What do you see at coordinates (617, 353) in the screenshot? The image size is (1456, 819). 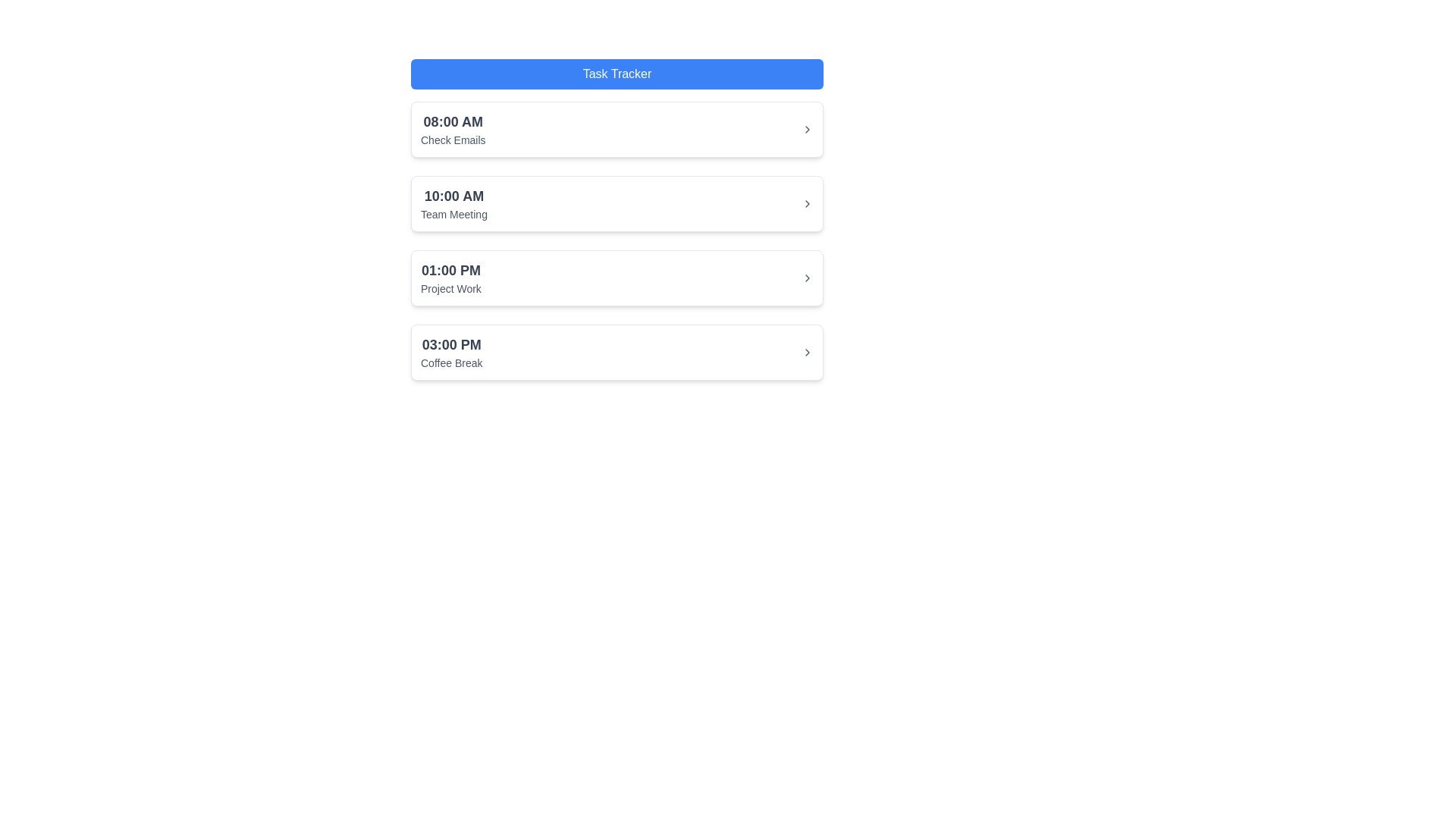 I see `the fourth list item representing the scheduled event 'Coffee Break' at 03:00 PM` at bounding box center [617, 353].